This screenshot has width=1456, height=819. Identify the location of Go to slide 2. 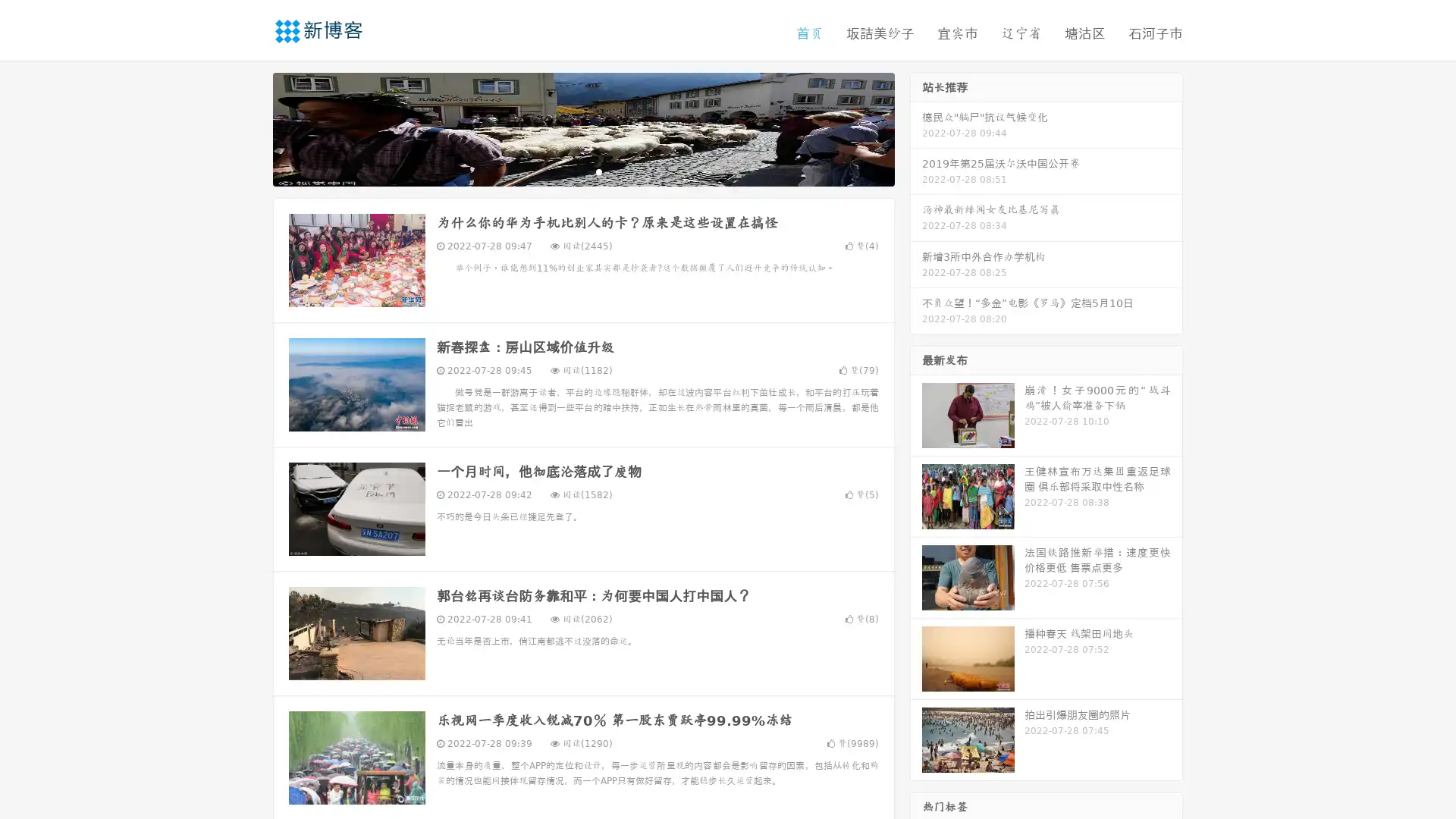
(582, 171).